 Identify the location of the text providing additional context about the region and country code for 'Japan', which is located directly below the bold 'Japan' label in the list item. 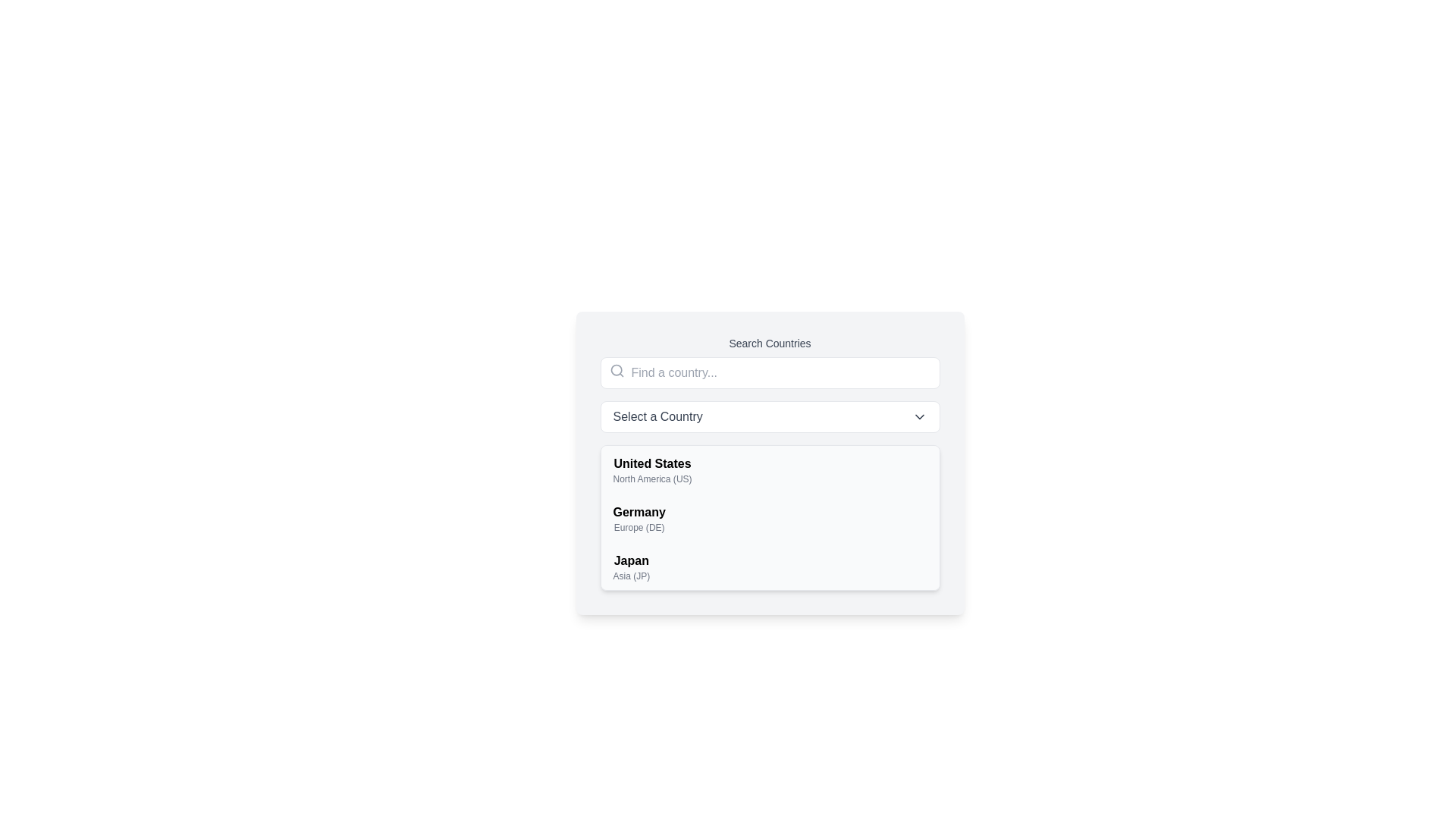
(631, 576).